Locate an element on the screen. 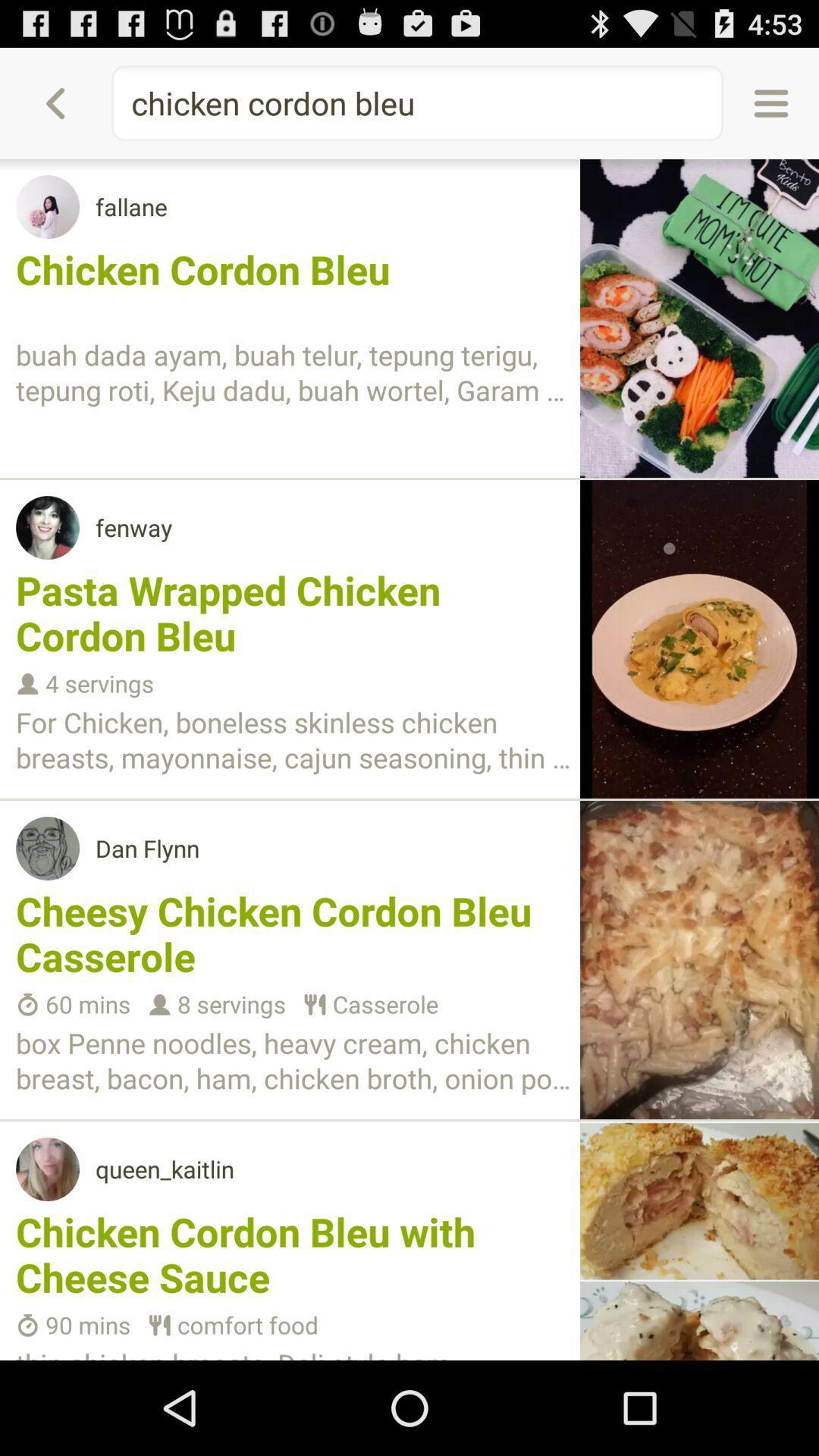 This screenshot has width=819, height=1456. item next to chicken cordon bleu is located at coordinates (771, 102).